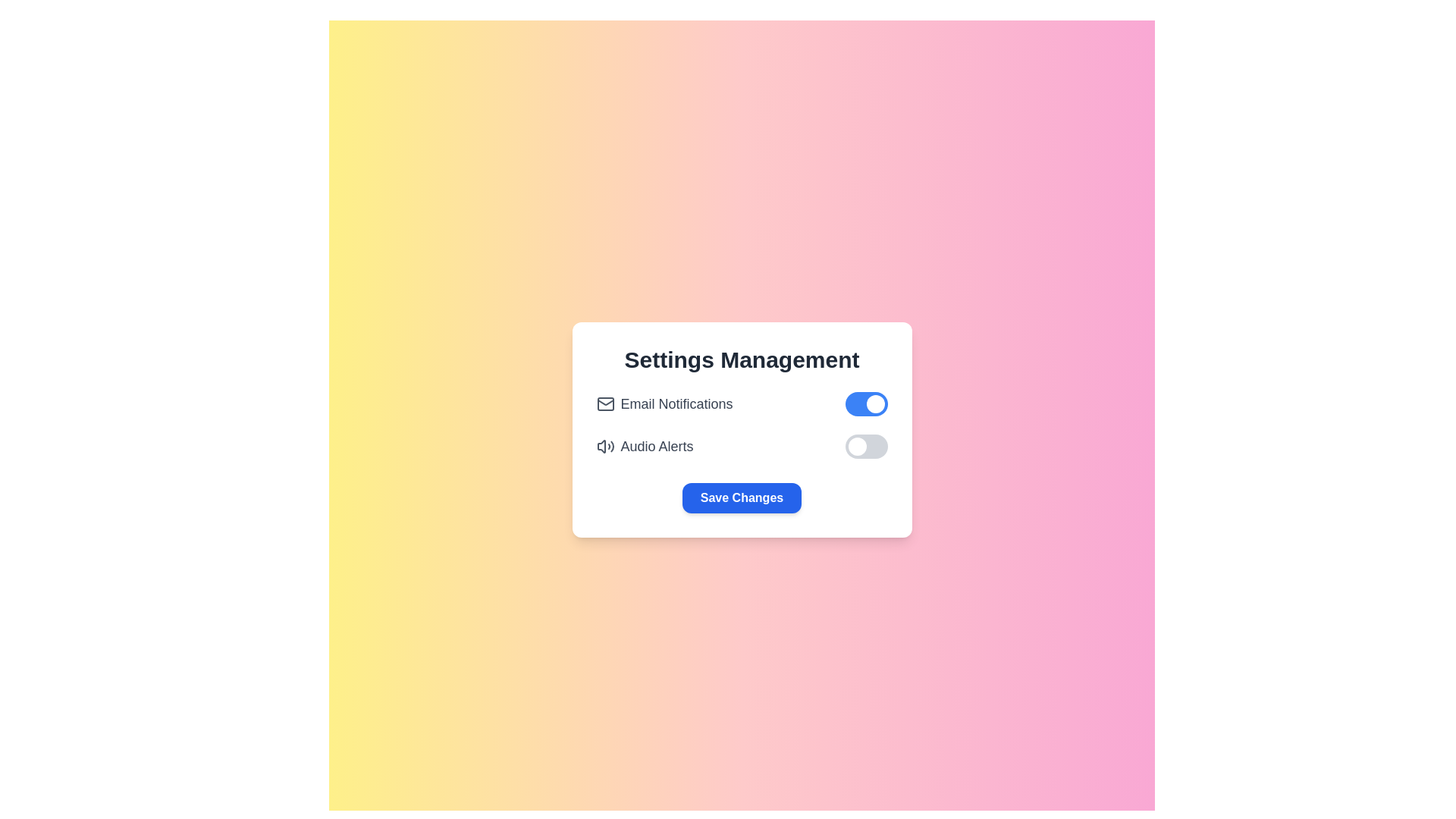 This screenshot has height=819, width=1456. What do you see at coordinates (676, 403) in the screenshot?
I see `the descriptive text label for the email notification toggle switch, which is located to the right of the mail icon in the settings list` at bounding box center [676, 403].